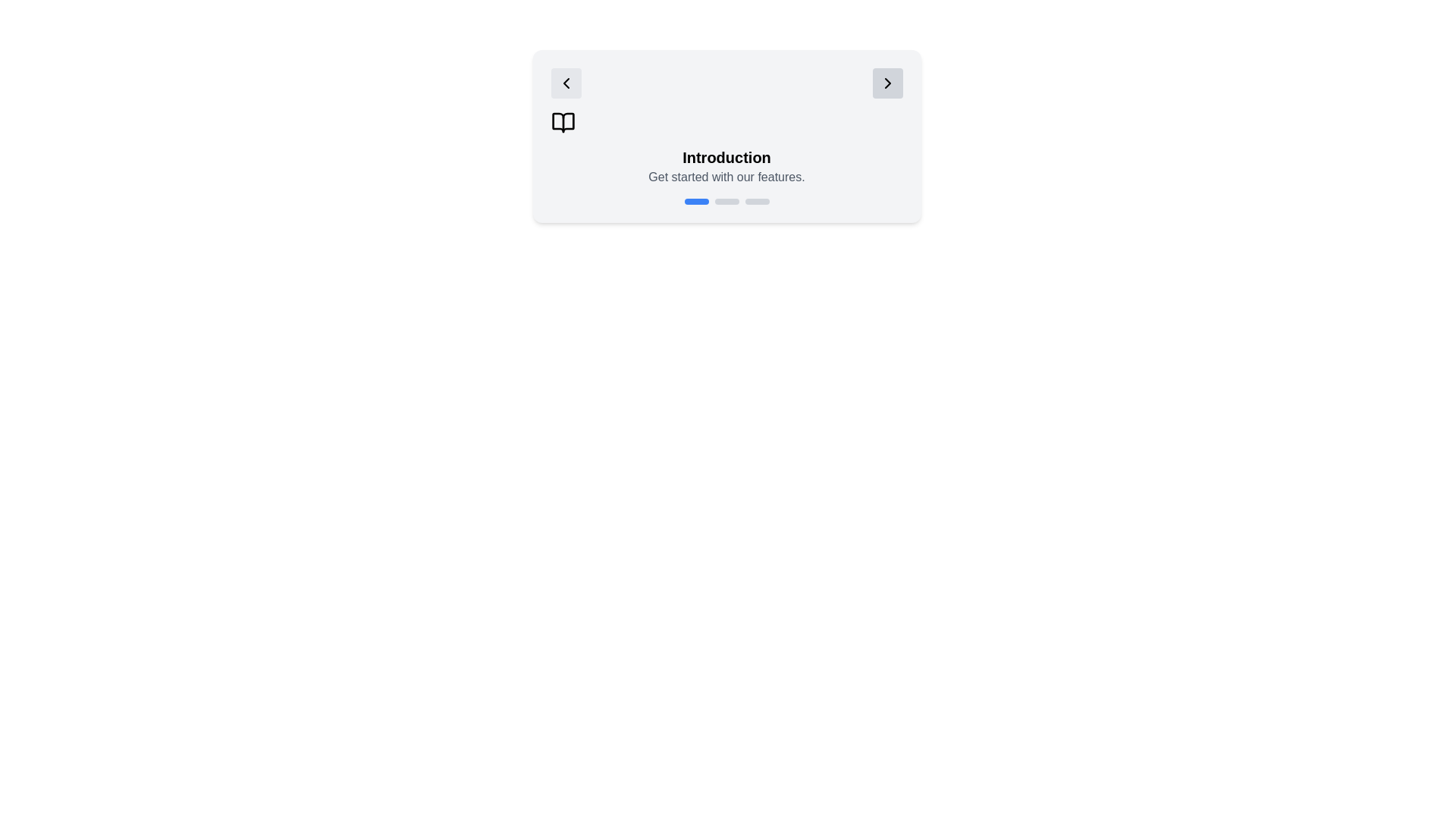 The width and height of the screenshot is (1456, 819). What do you see at coordinates (887, 83) in the screenshot?
I see `'next' button on the right side of the stepper to navigate to the next step` at bounding box center [887, 83].